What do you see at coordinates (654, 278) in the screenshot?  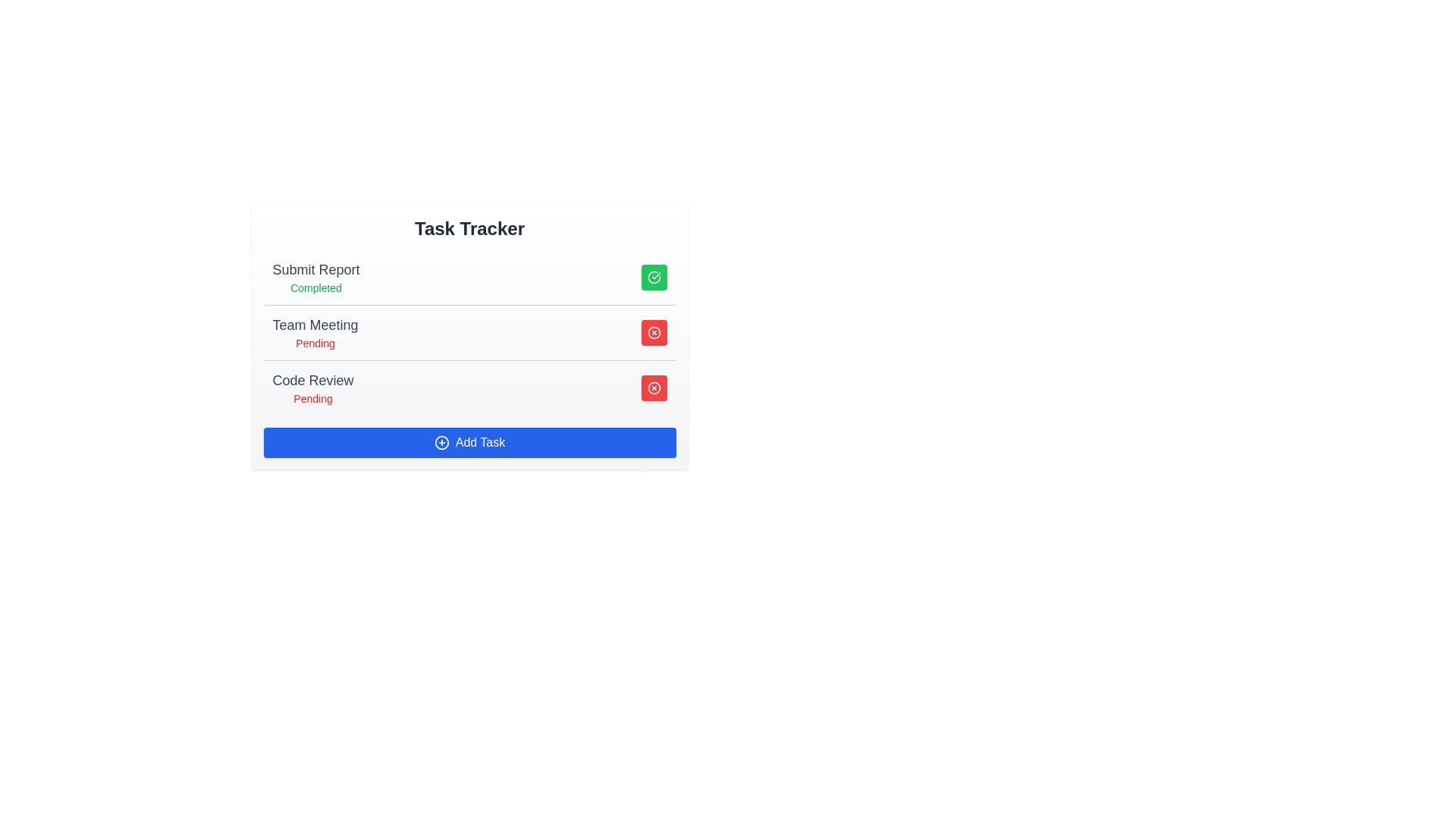 I see `the green circular button with a white outlined checkmark` at bounding box center [654, 278].